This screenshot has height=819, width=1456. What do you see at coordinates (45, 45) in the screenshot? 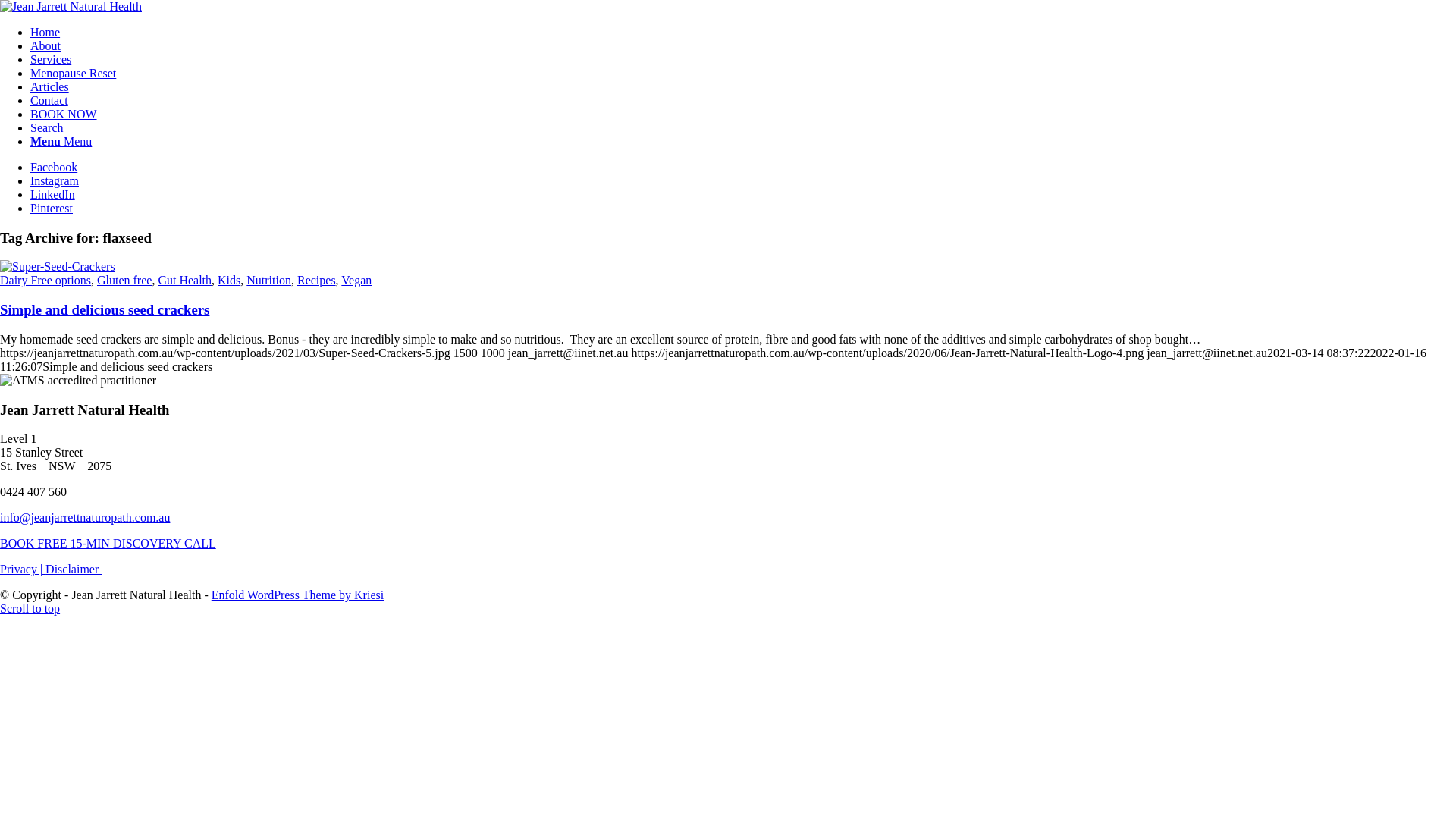
I see `'About'` at bounding box center [45, 45].